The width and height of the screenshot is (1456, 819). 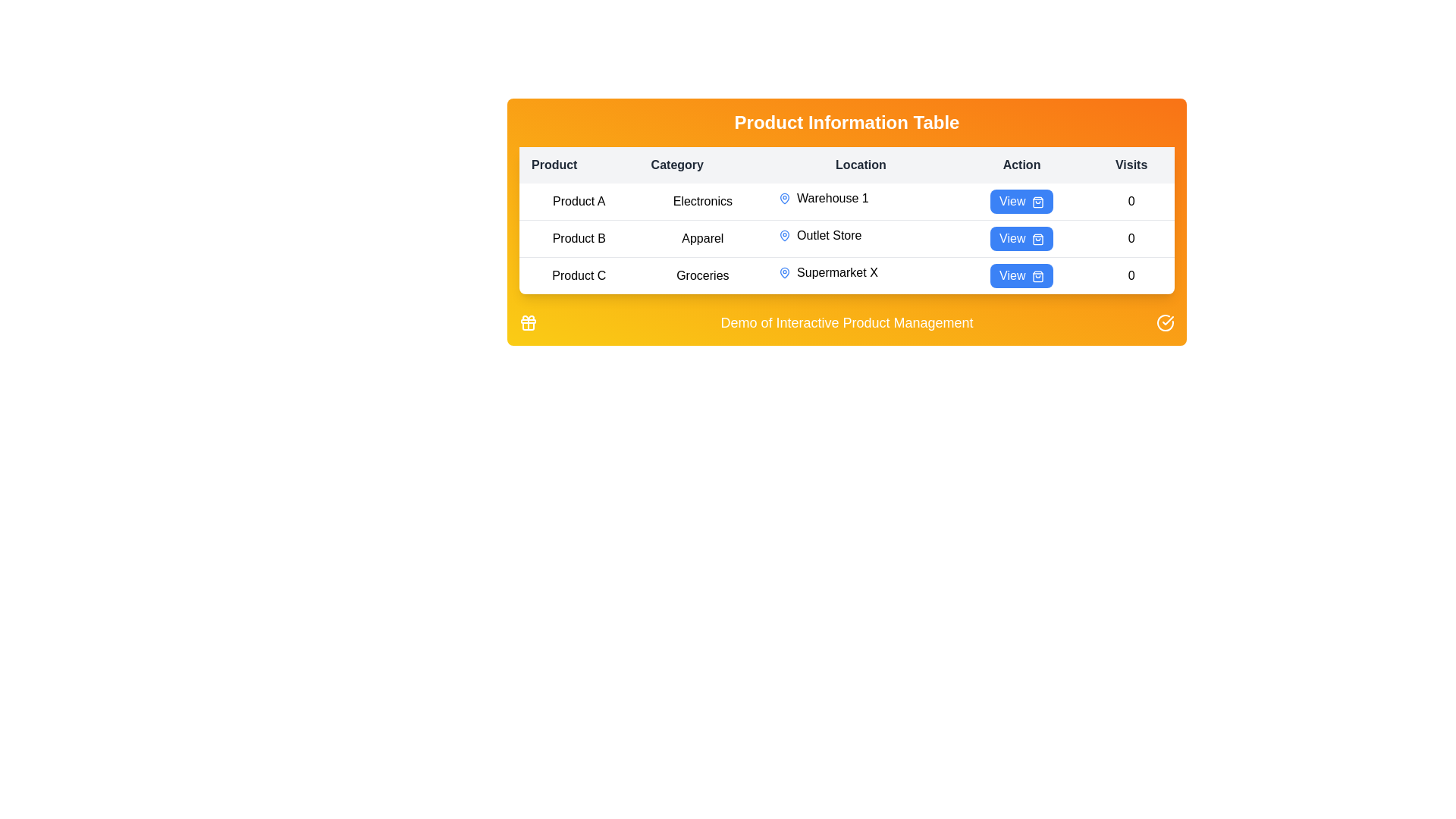 What do you see at coordinates (1131, 201) in the screenshot?
I see `the text display field showing the number '0' under the 'Visits' column for 'Product A' in the table` at bounding box center [1131, 201].